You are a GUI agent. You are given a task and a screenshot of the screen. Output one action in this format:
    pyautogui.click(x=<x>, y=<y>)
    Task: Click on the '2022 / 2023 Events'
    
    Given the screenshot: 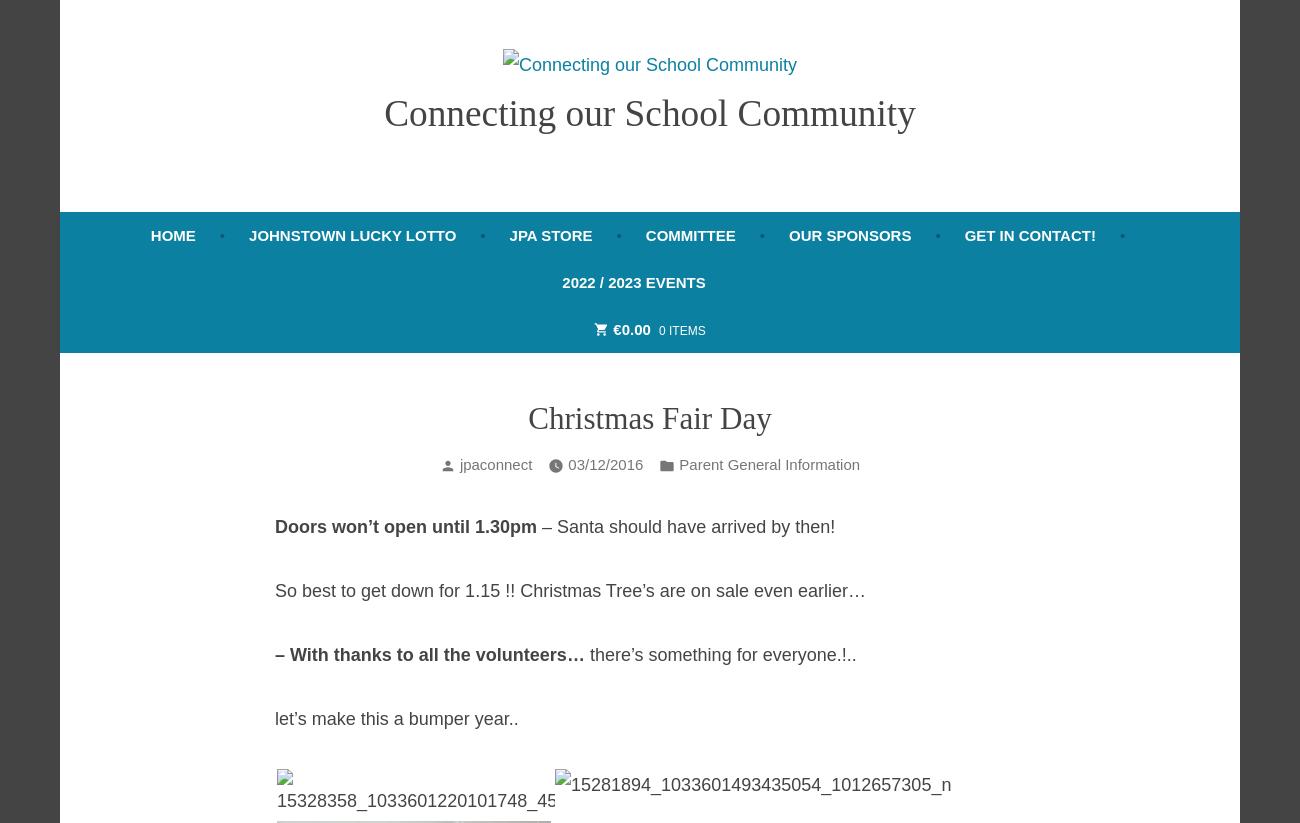 What is the action you would take?
    pyautogui.click(x=633, y=281)
    